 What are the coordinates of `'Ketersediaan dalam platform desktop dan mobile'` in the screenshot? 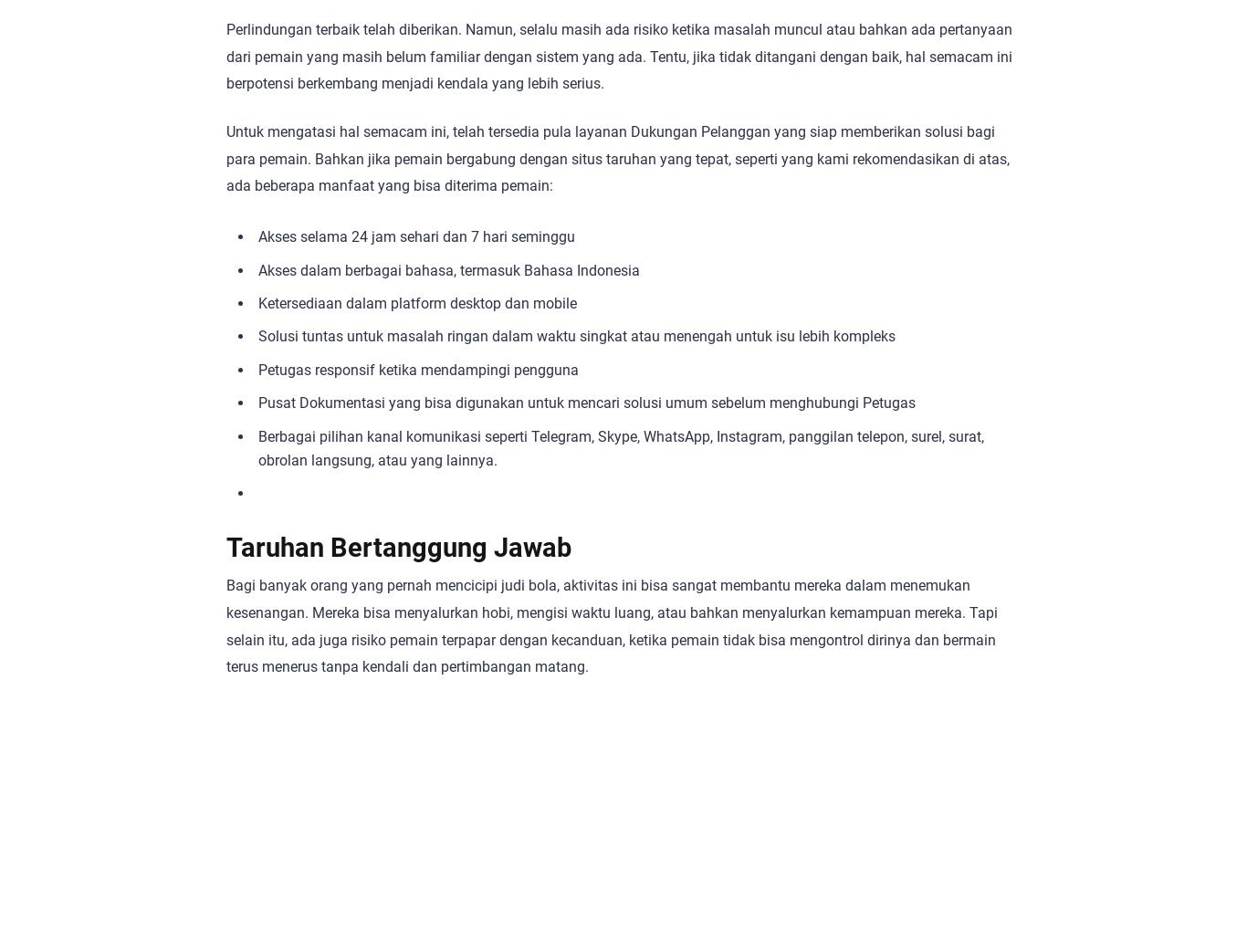 It's located at (417, 301).